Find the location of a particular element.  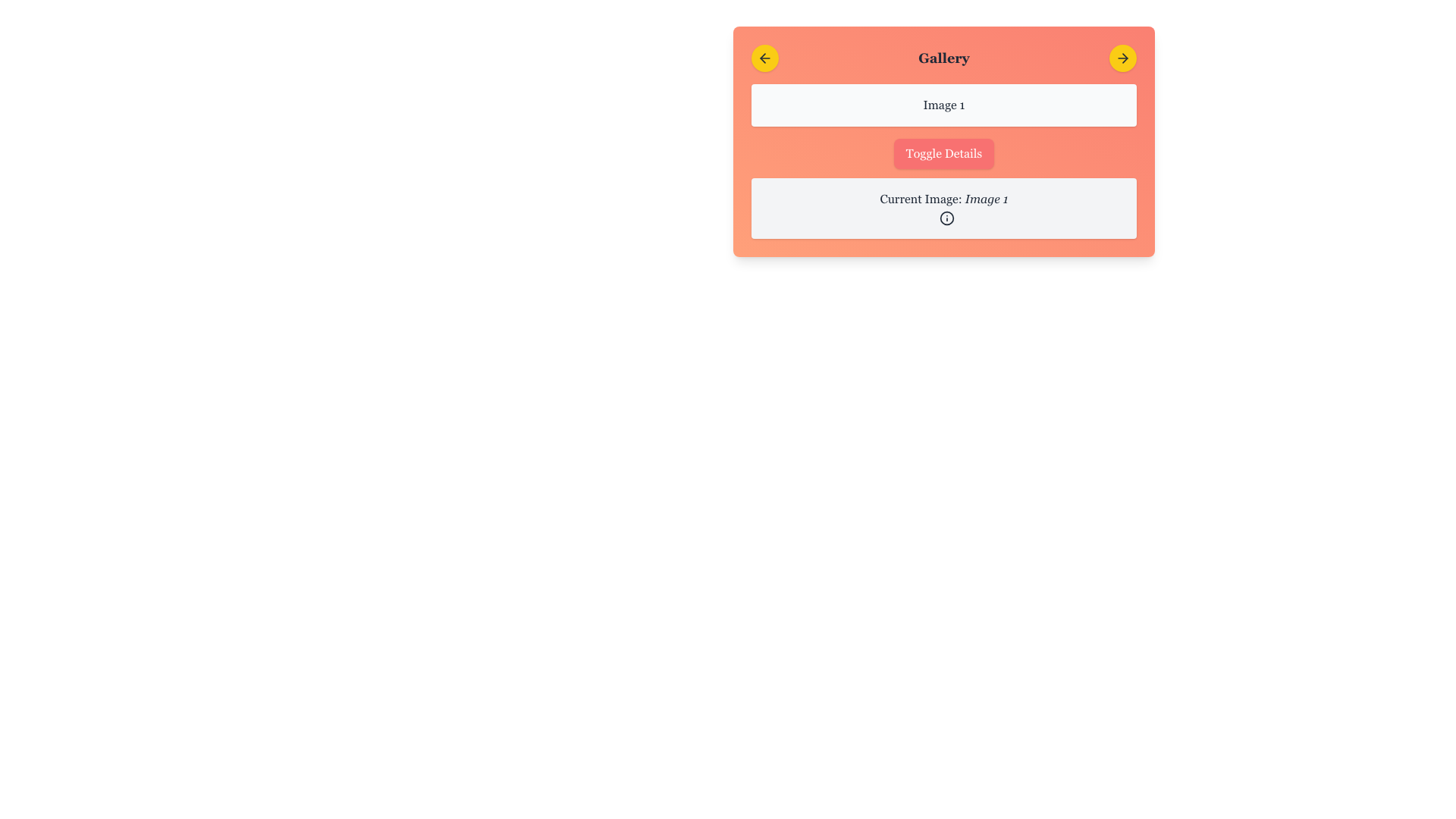

the navigational arrow icon located at the top left corner of the card interface is located at coordinates (763, 58).